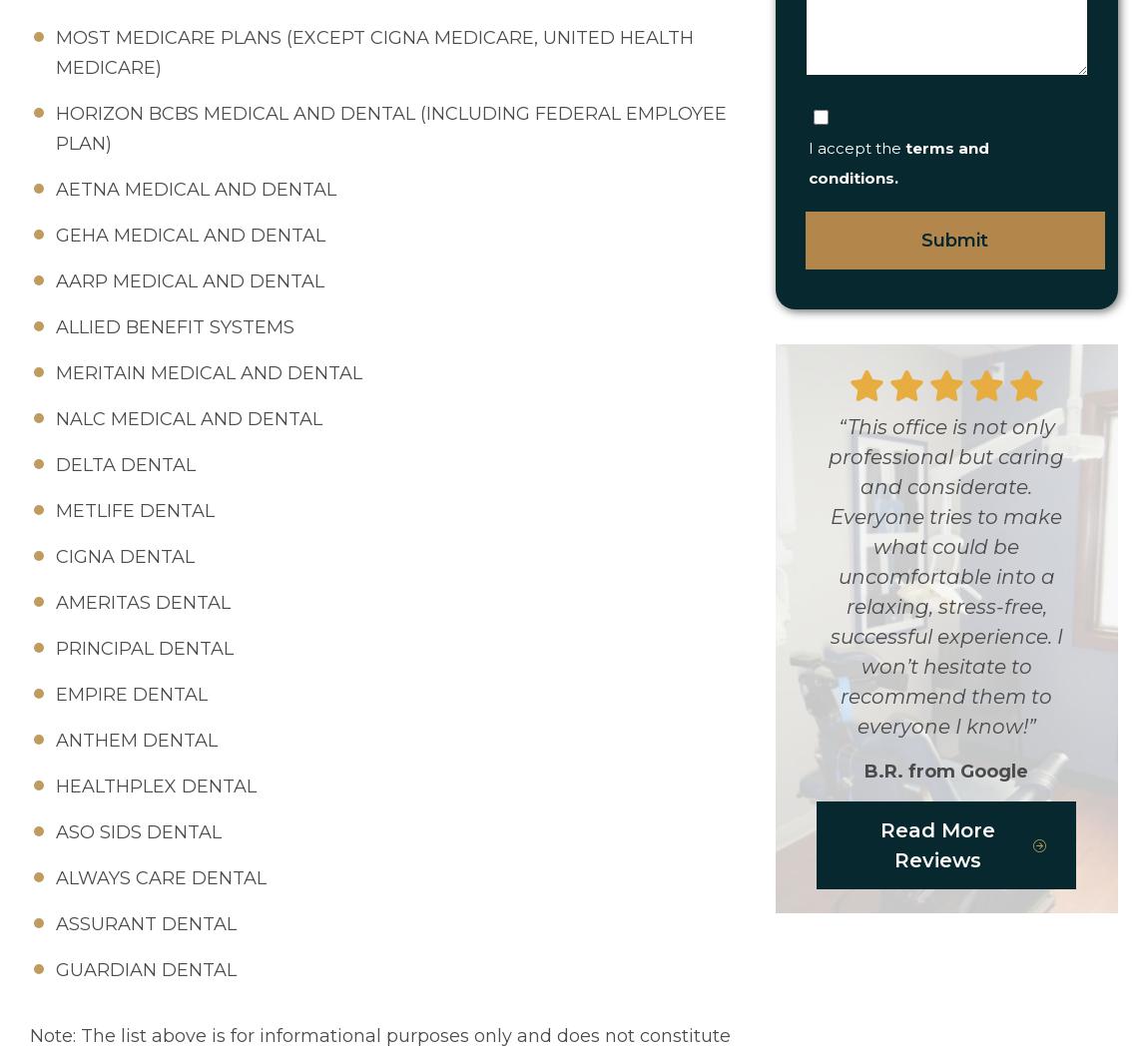 The image size is (1148, 1051). What do you see at coordinates (807, 162) in the screenshot?
I see `'terms and conditions.'` at bounding box center [807, 162].